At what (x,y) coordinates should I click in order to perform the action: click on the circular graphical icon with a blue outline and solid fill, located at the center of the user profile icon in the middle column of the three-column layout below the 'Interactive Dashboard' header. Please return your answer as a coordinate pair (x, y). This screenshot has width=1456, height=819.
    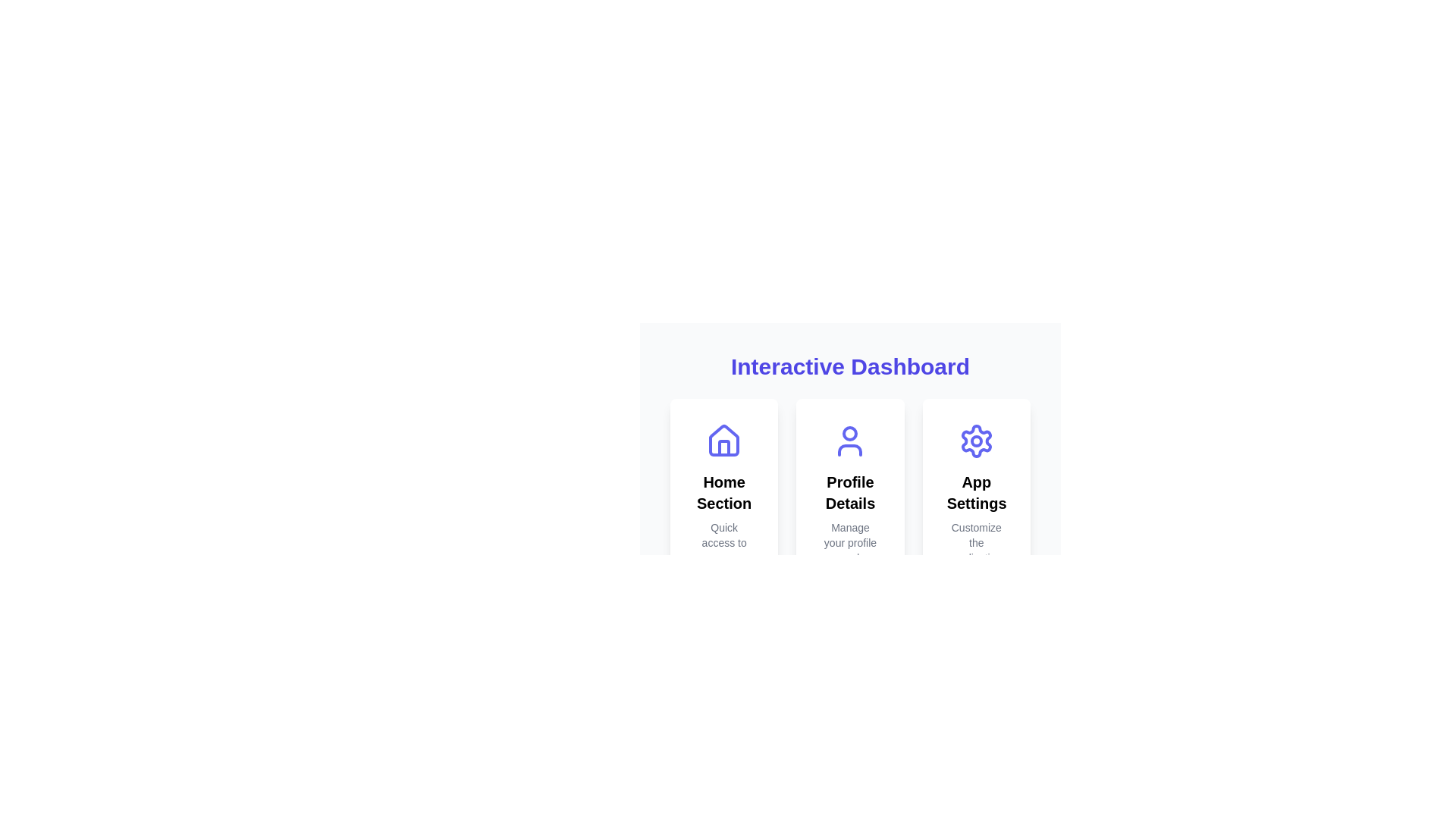
    Looking at the image, I should click on (850, 433).